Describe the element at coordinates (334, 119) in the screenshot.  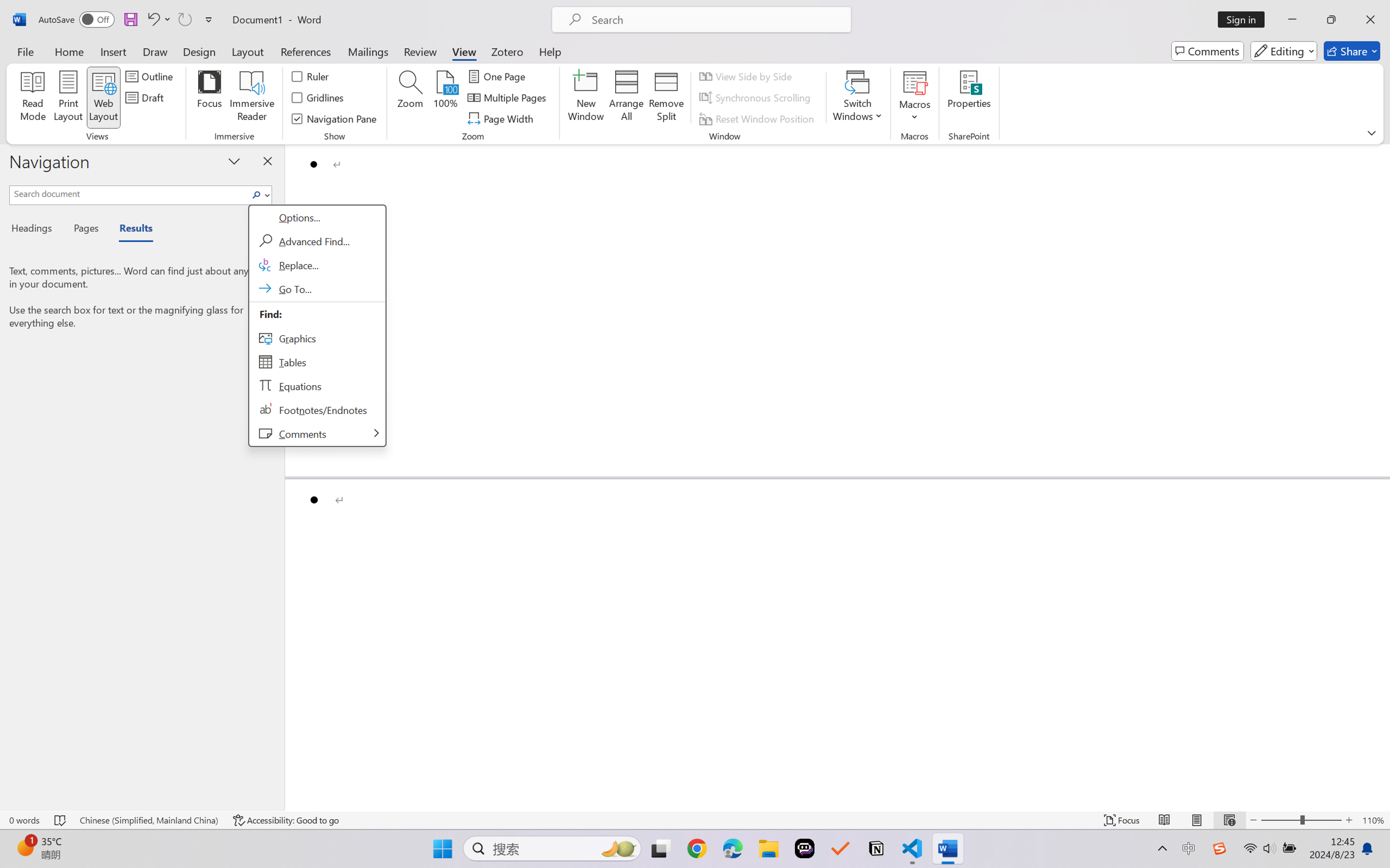
I see `'Navigation Pane'` at that location.